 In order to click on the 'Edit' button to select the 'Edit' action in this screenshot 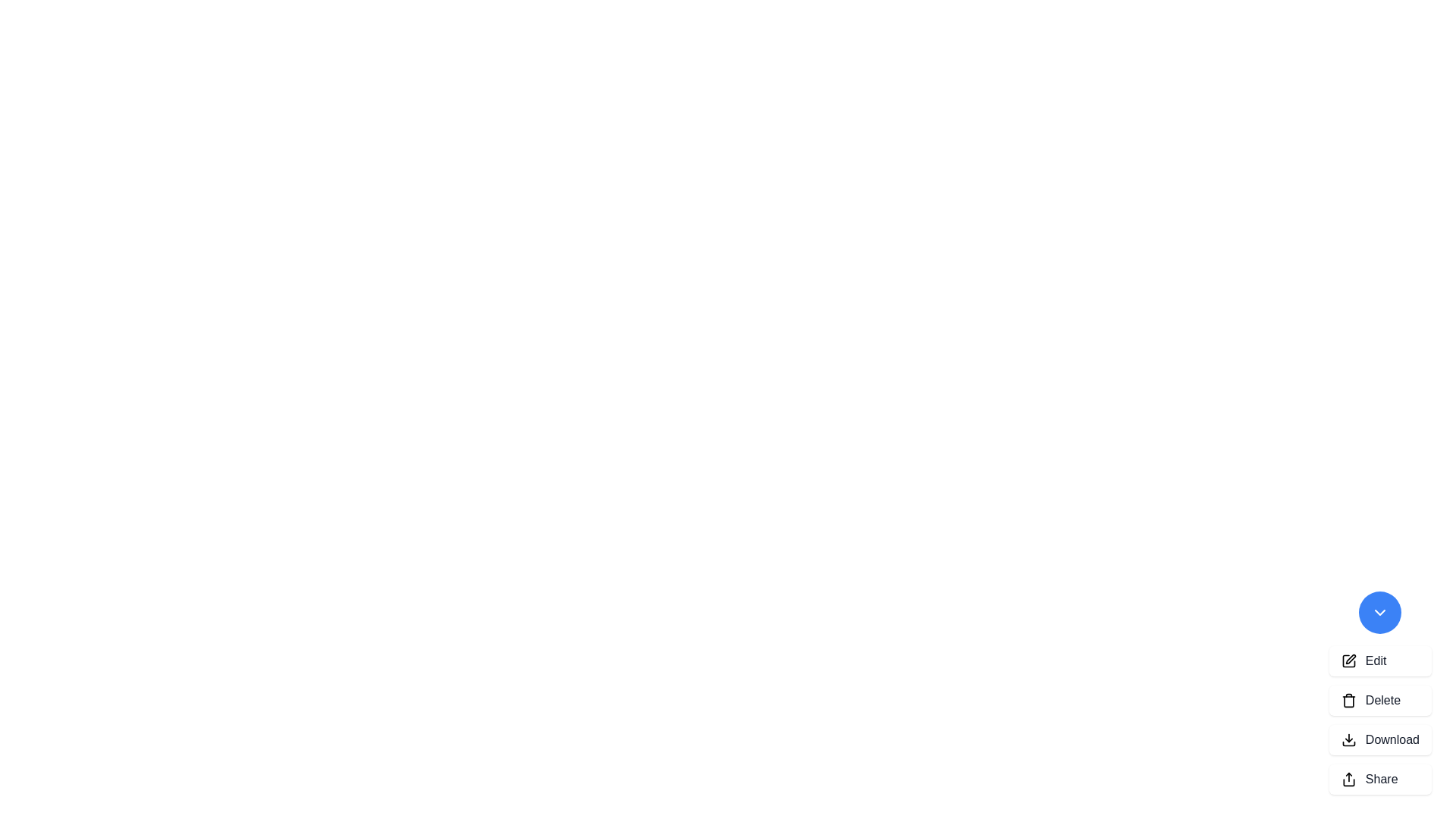, I will do `click(1380, 660)`.